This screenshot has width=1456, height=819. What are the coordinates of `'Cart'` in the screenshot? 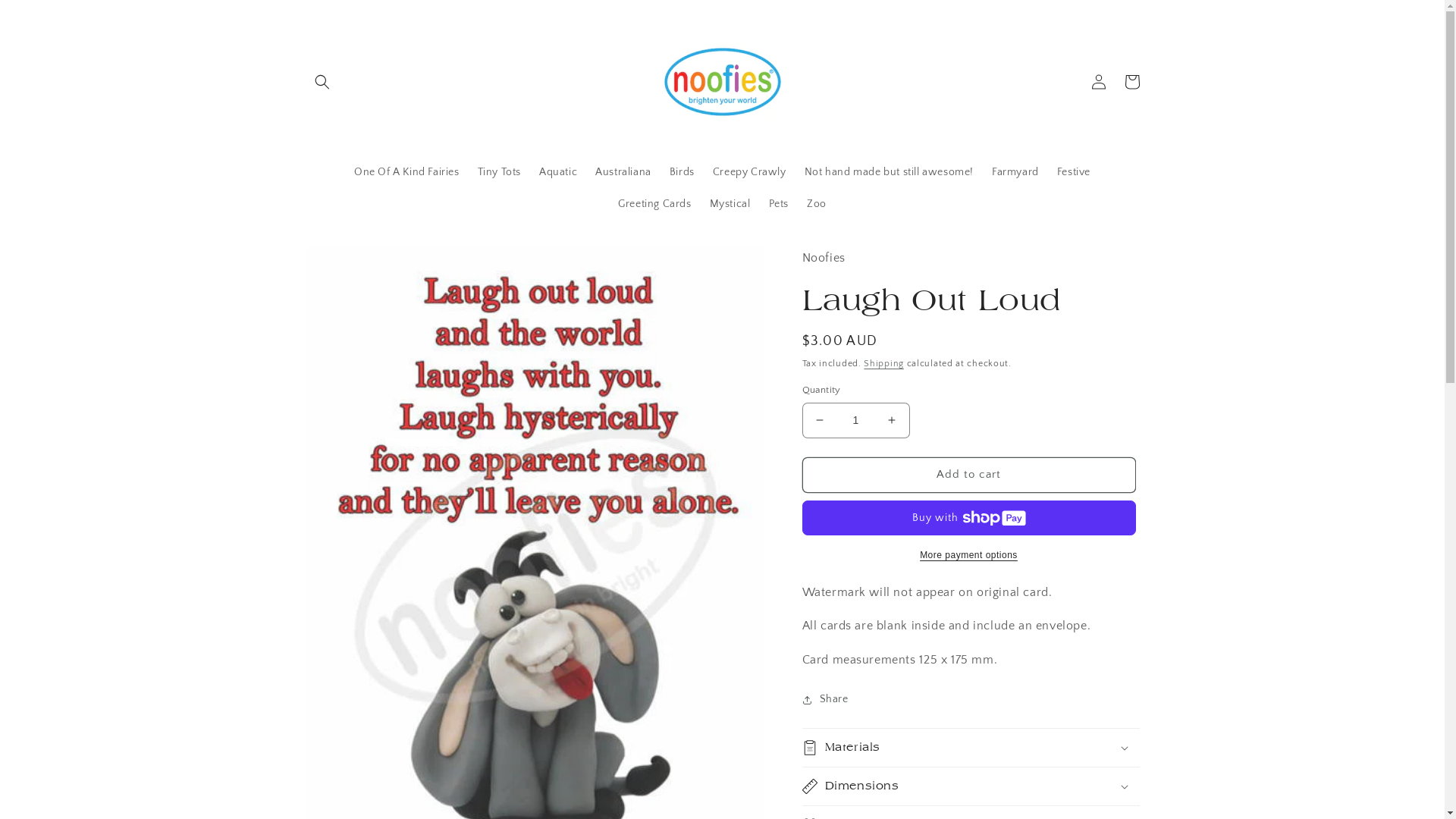 It's located at (1114, 82).